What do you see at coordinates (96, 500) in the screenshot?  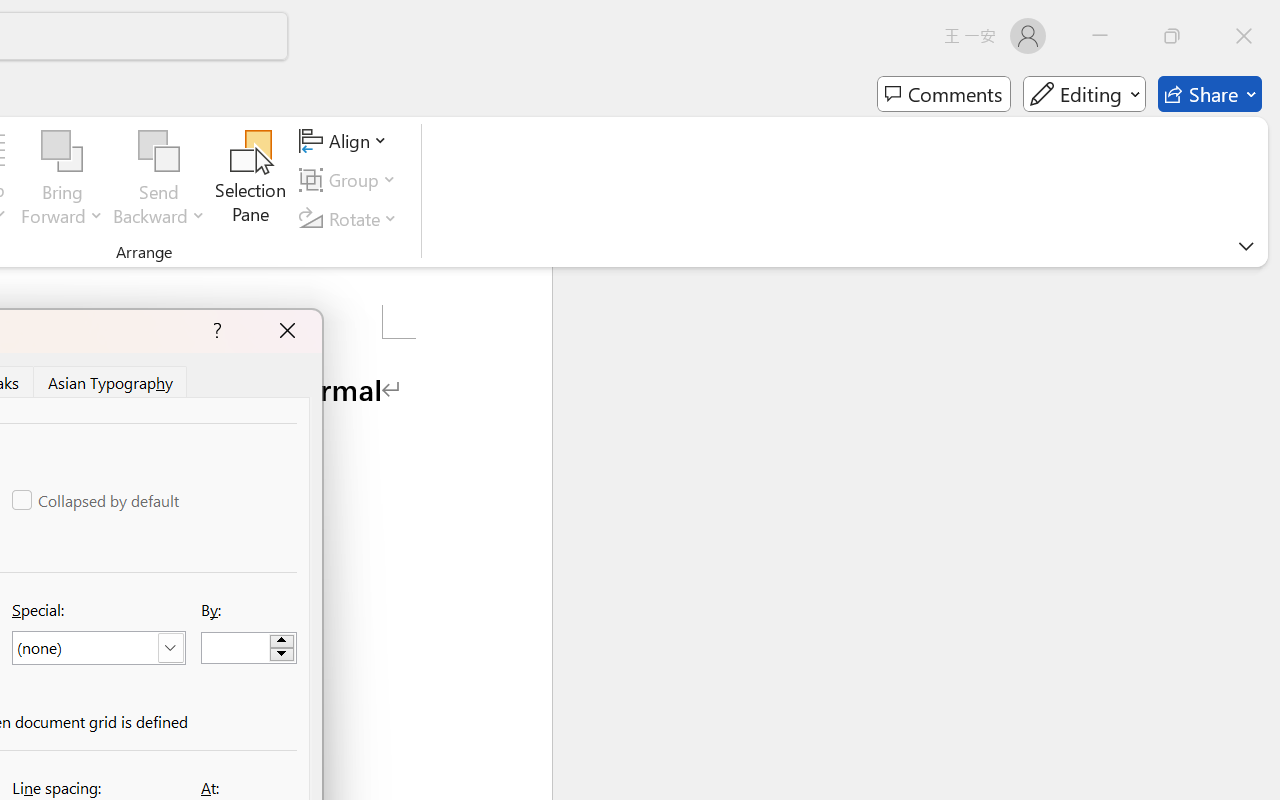 I see `'Collapsed by default'` at bounding box center [96, 500].